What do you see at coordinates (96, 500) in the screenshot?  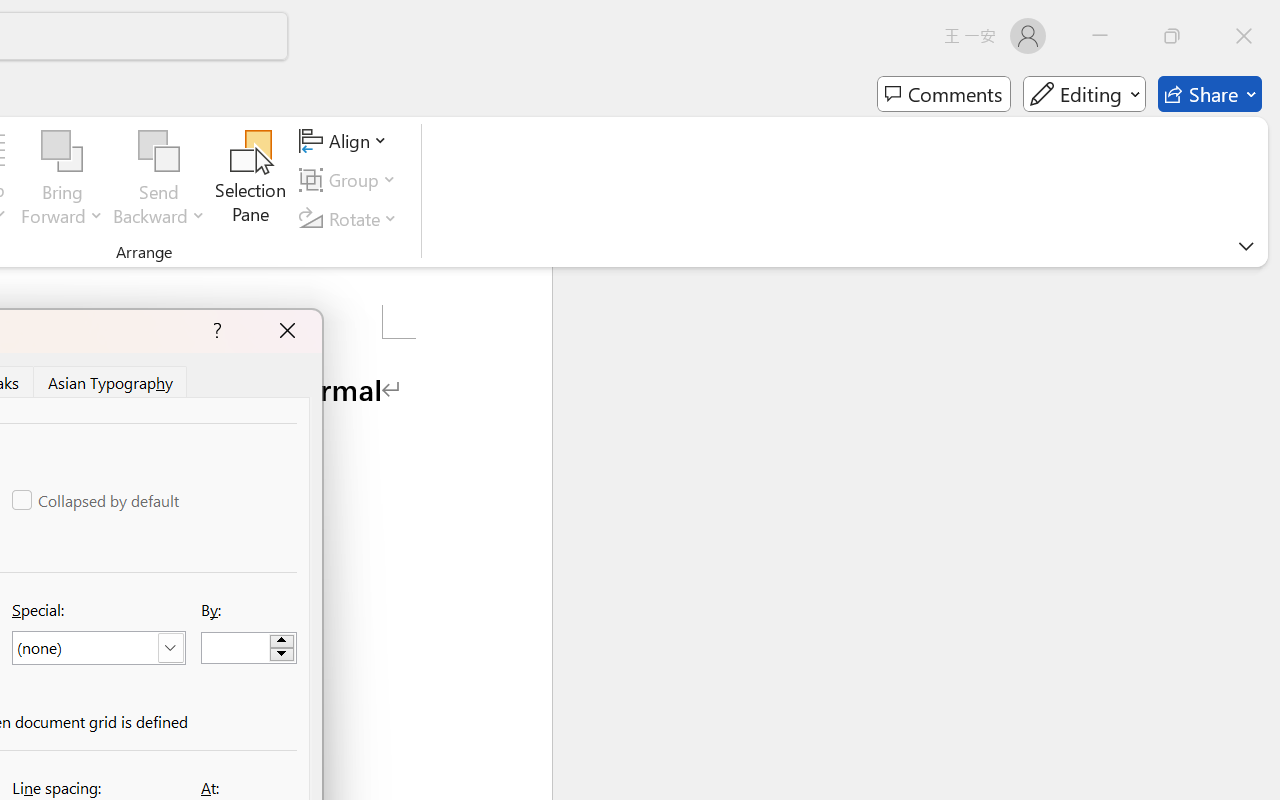 I see `'Collapsed by default'` at bounding box center [96, 500].